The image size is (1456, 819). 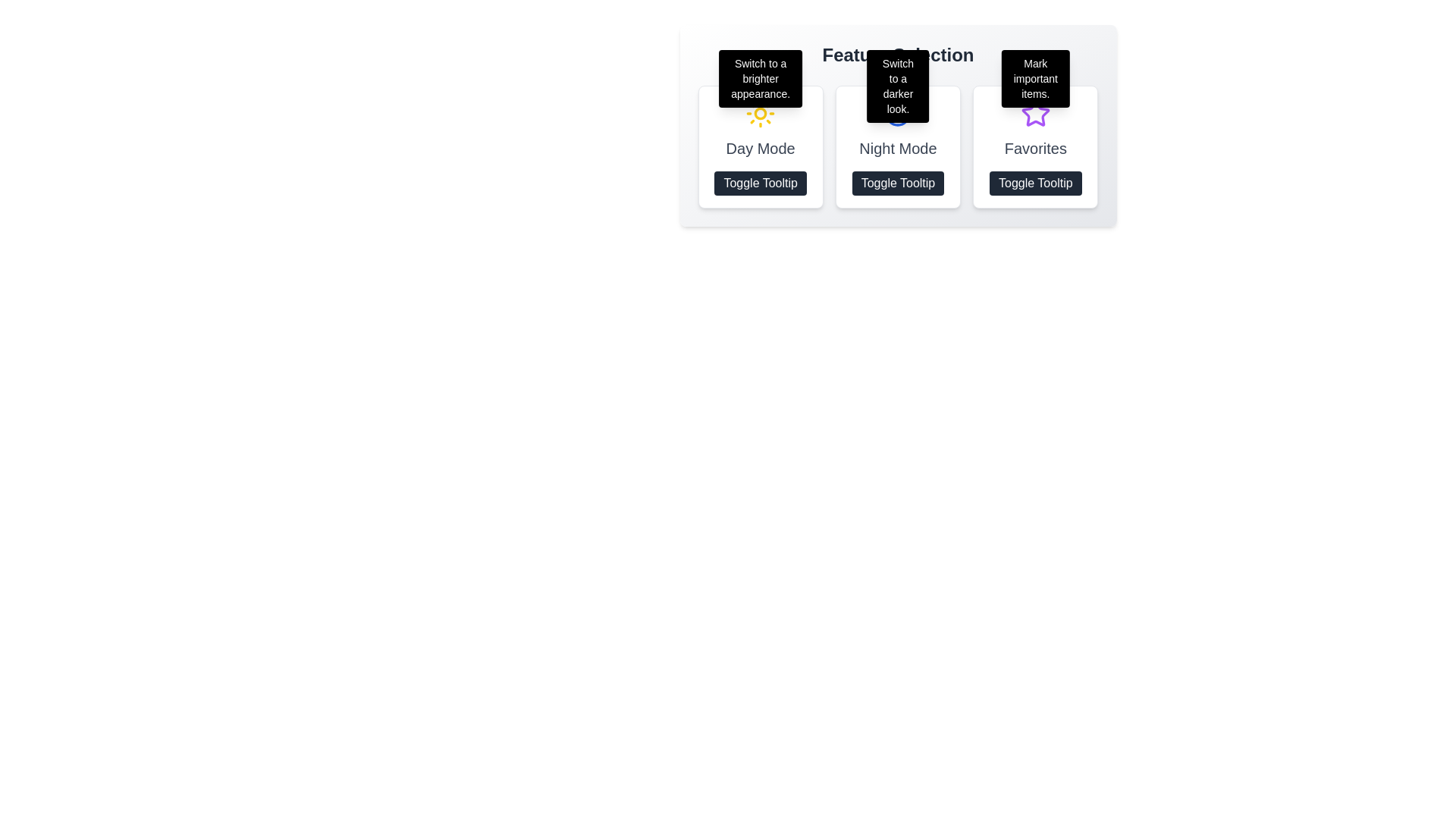 I want to click on the tooltip with the message 'Mark important items.' which is located above the 'Favorites' widget, styled with a black background and white text, so click(x=1034, y=79).